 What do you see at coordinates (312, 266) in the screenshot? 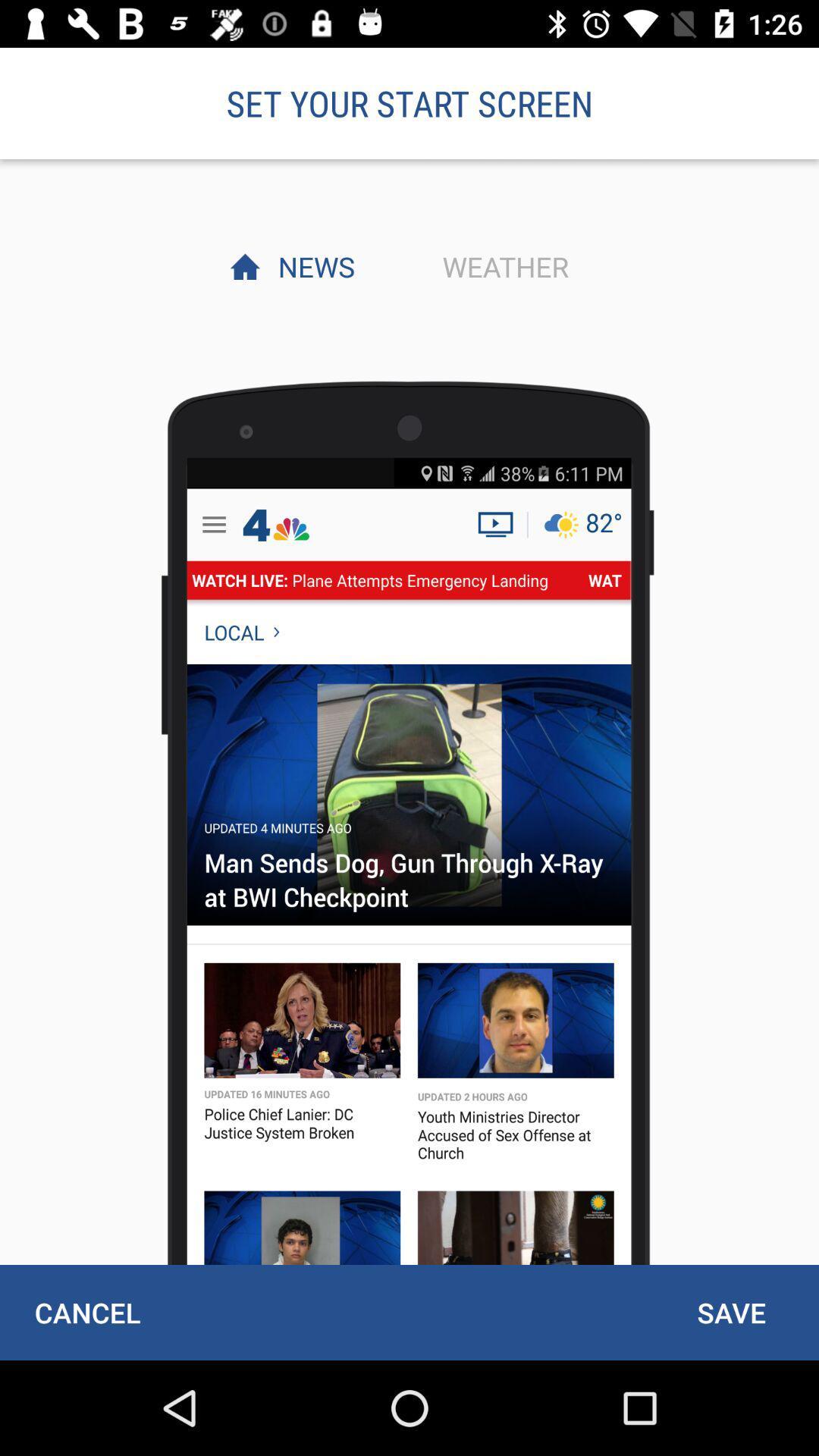
I see `item next to the weather item` at bounding box center [312, 266].